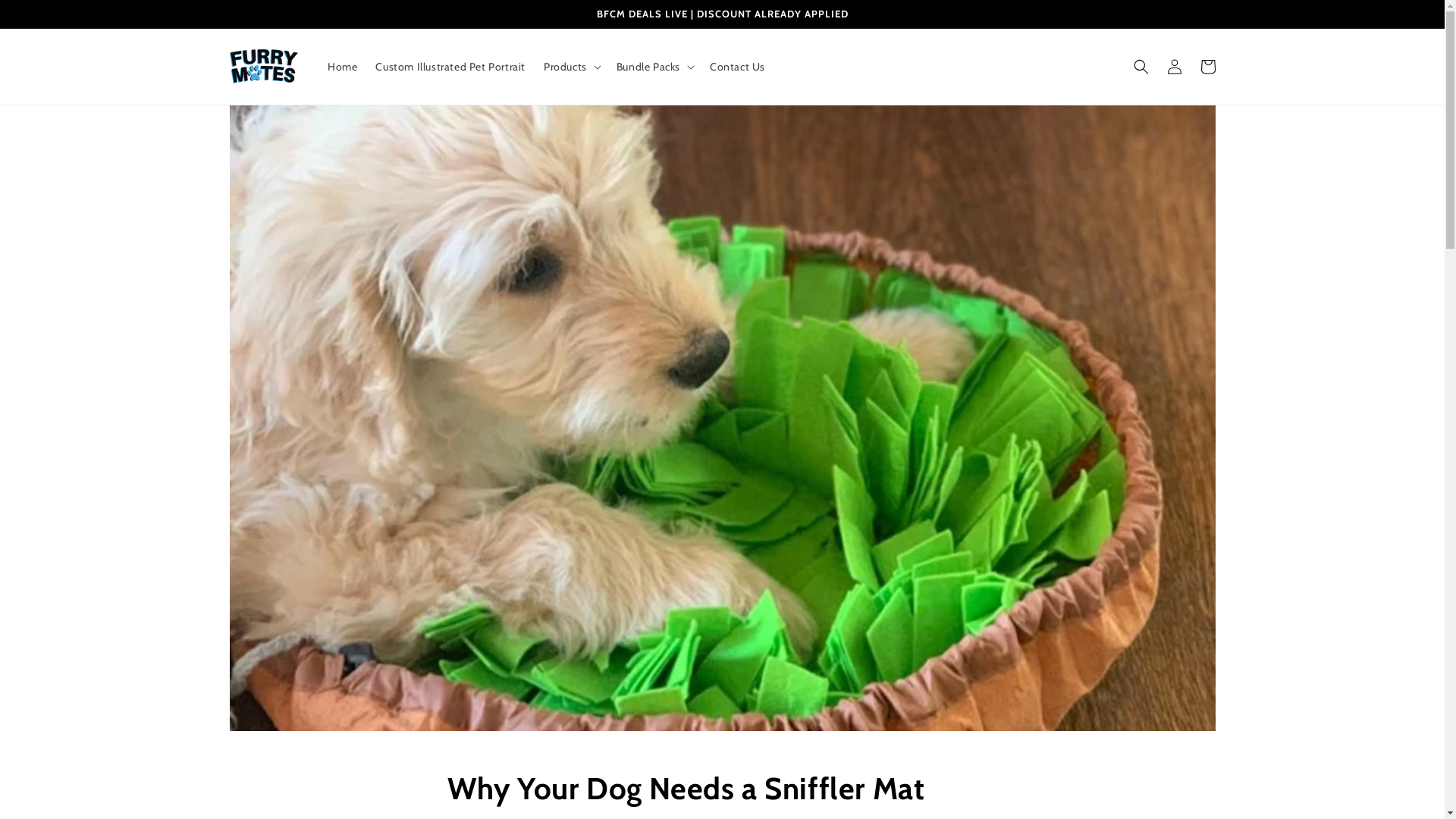 This screenshot has height=819, width=1456. Describe the element at coordinates (1173, 66) in the screenshot. I see `'Log in'` at that location.